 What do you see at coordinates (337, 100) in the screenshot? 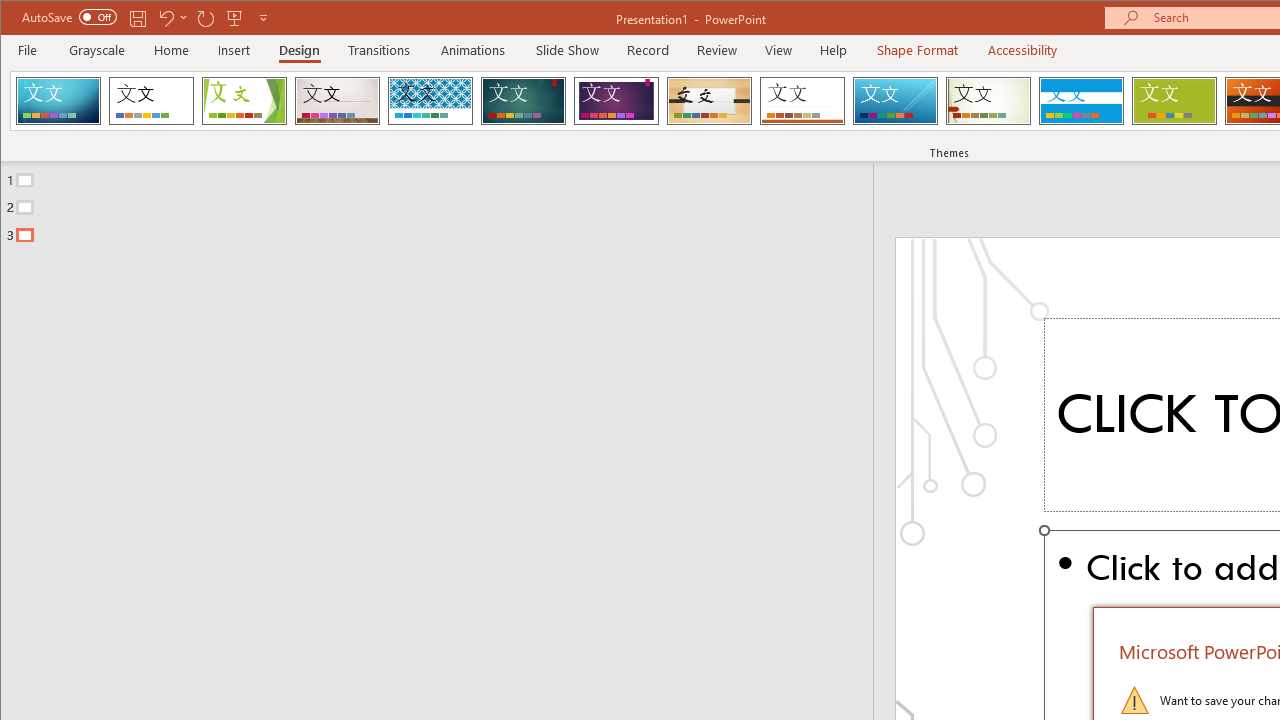
I see `'Gallery'` at bounding box center [337, 100].